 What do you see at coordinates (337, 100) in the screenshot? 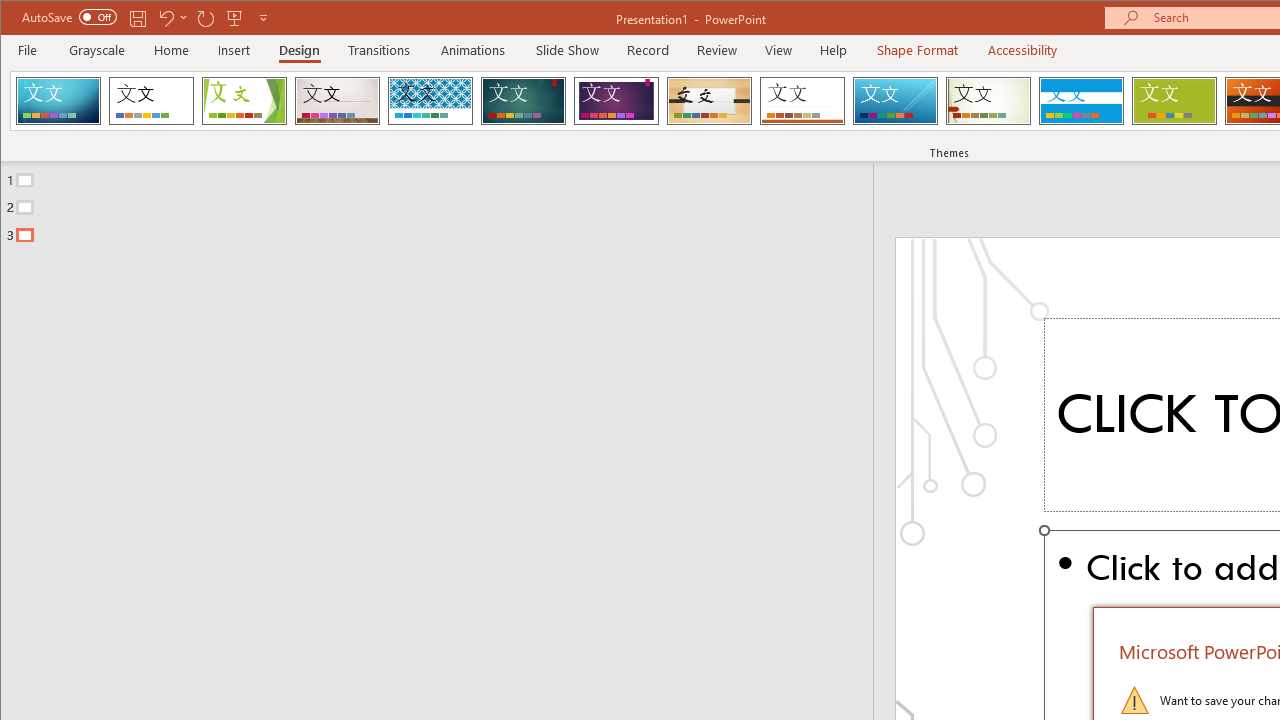
I see `'Gallery'` at bounding box center [337, 100].